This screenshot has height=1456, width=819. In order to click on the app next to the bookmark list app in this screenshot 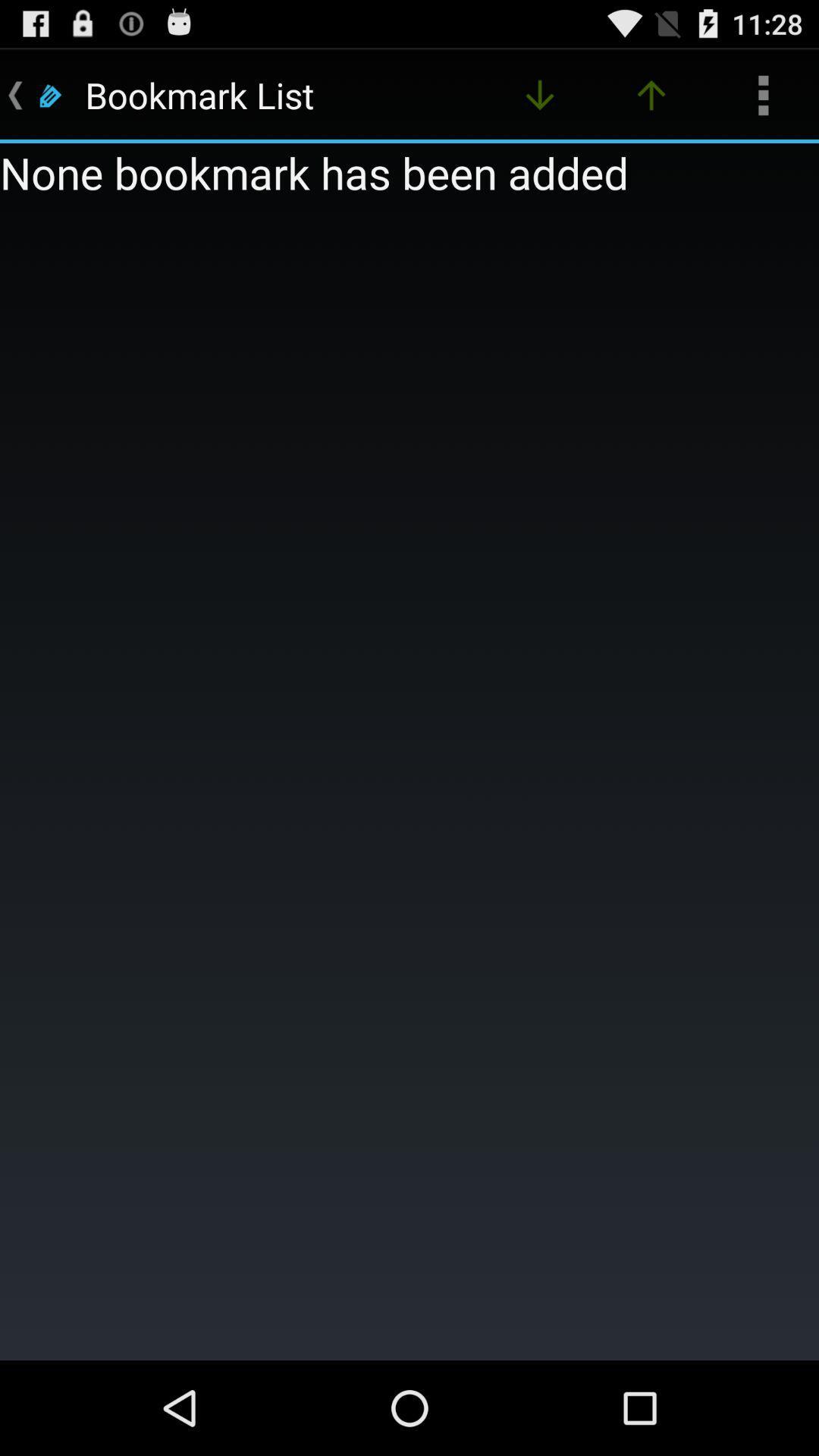, I will do `click(539, 94)`.